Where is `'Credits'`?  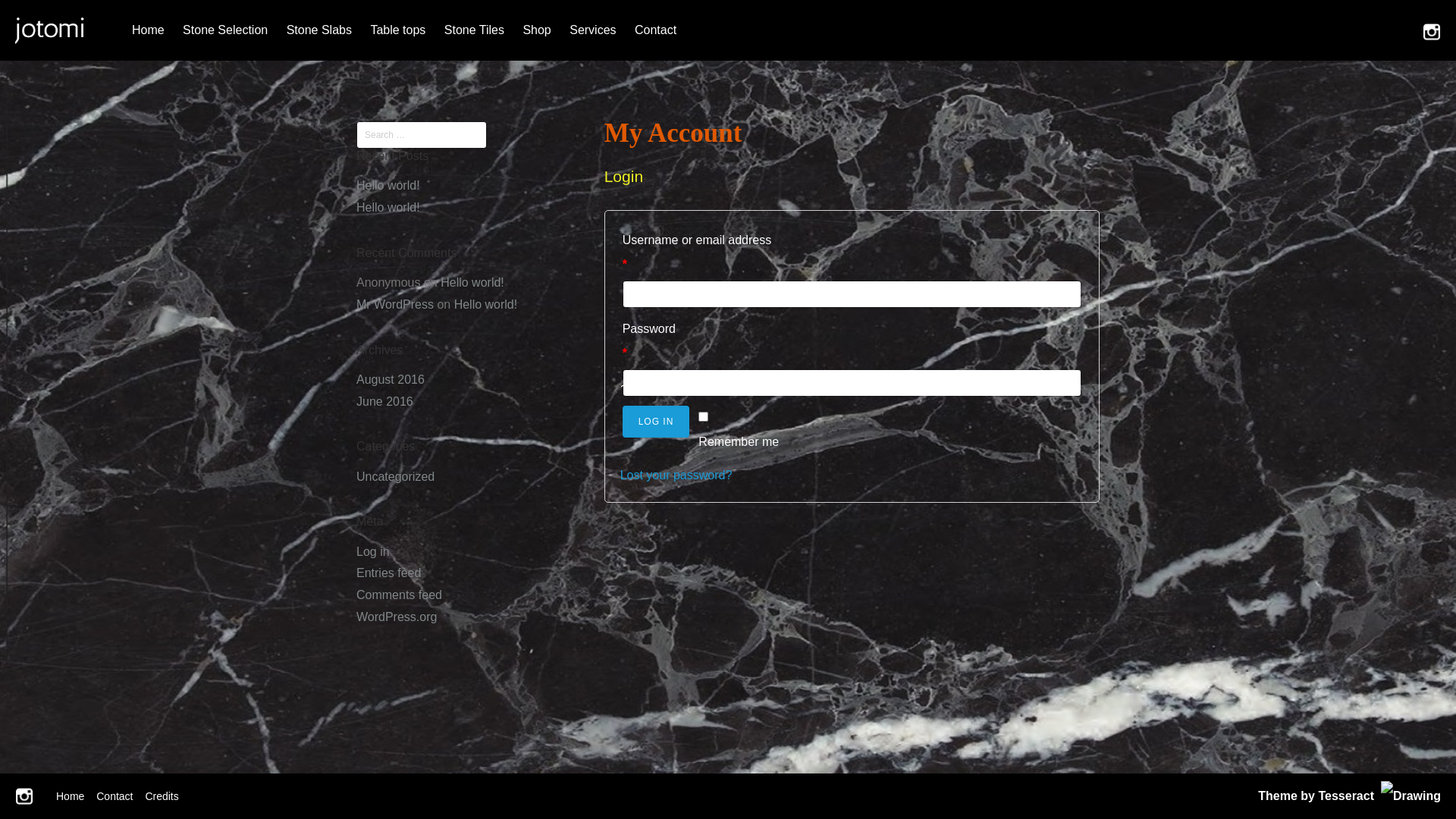 'Credits' is located at coordinates (145, 795).